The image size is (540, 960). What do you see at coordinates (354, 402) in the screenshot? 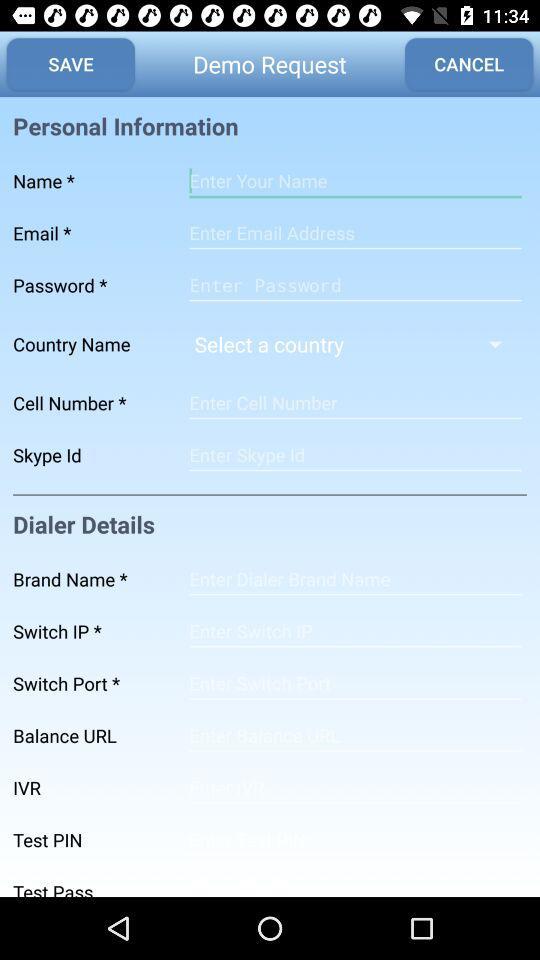
I see `screen page` at bounding box center [354, 402].